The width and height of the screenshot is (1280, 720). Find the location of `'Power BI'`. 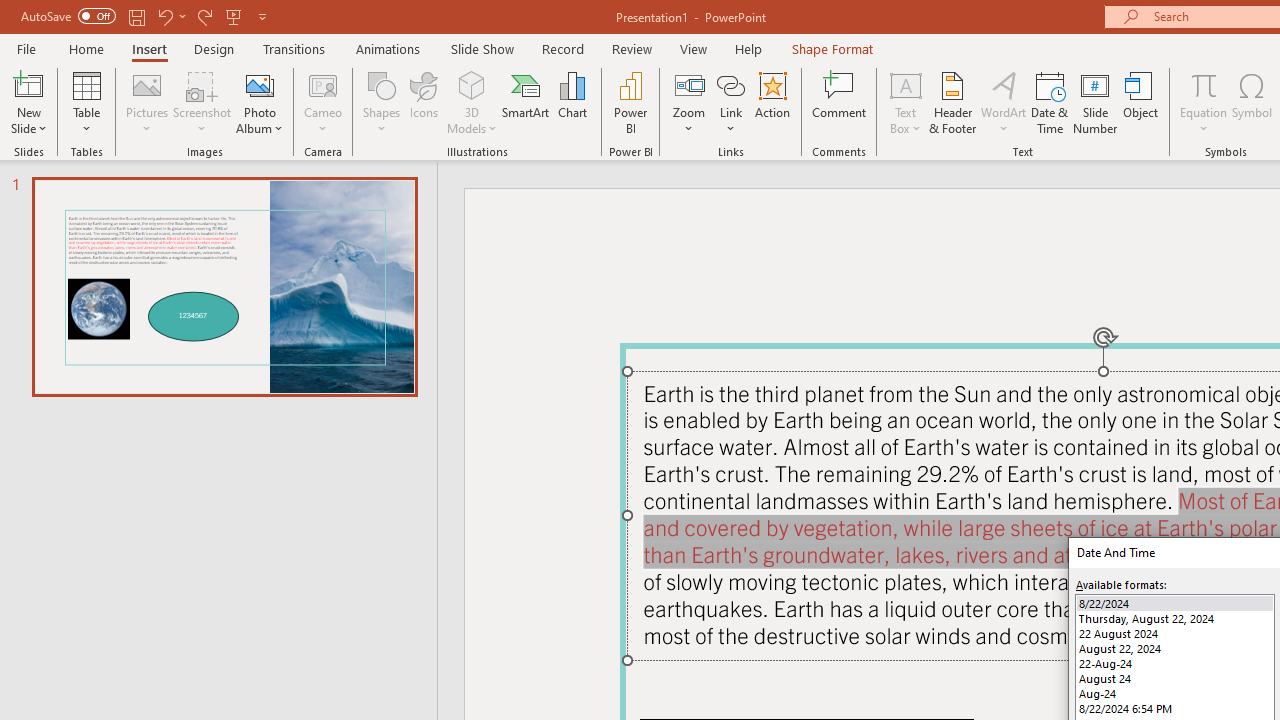

'Power BI' is located at coordinates (630, 103).